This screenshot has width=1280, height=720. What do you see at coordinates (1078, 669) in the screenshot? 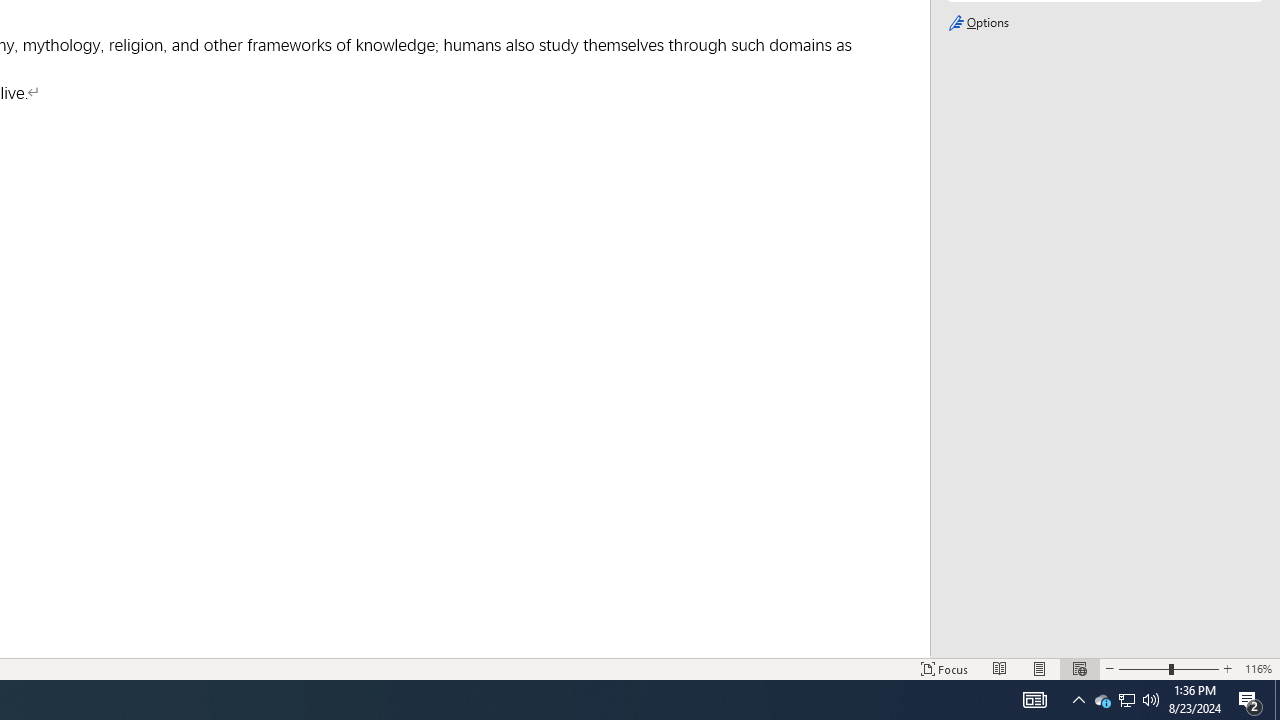
I see `'Web Layout'` at bounding box center [1078, 669].